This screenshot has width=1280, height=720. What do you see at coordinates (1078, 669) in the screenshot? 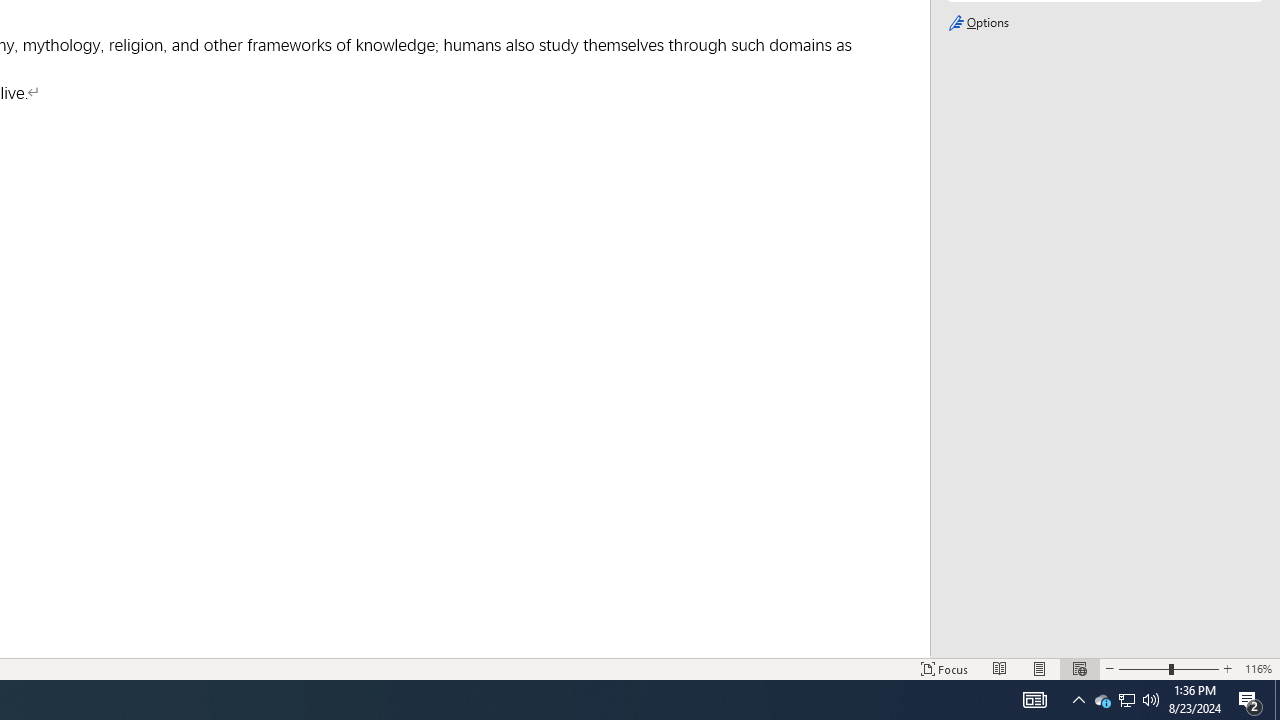
I see `'Web Layout'` at bounding box center [1078, 669].